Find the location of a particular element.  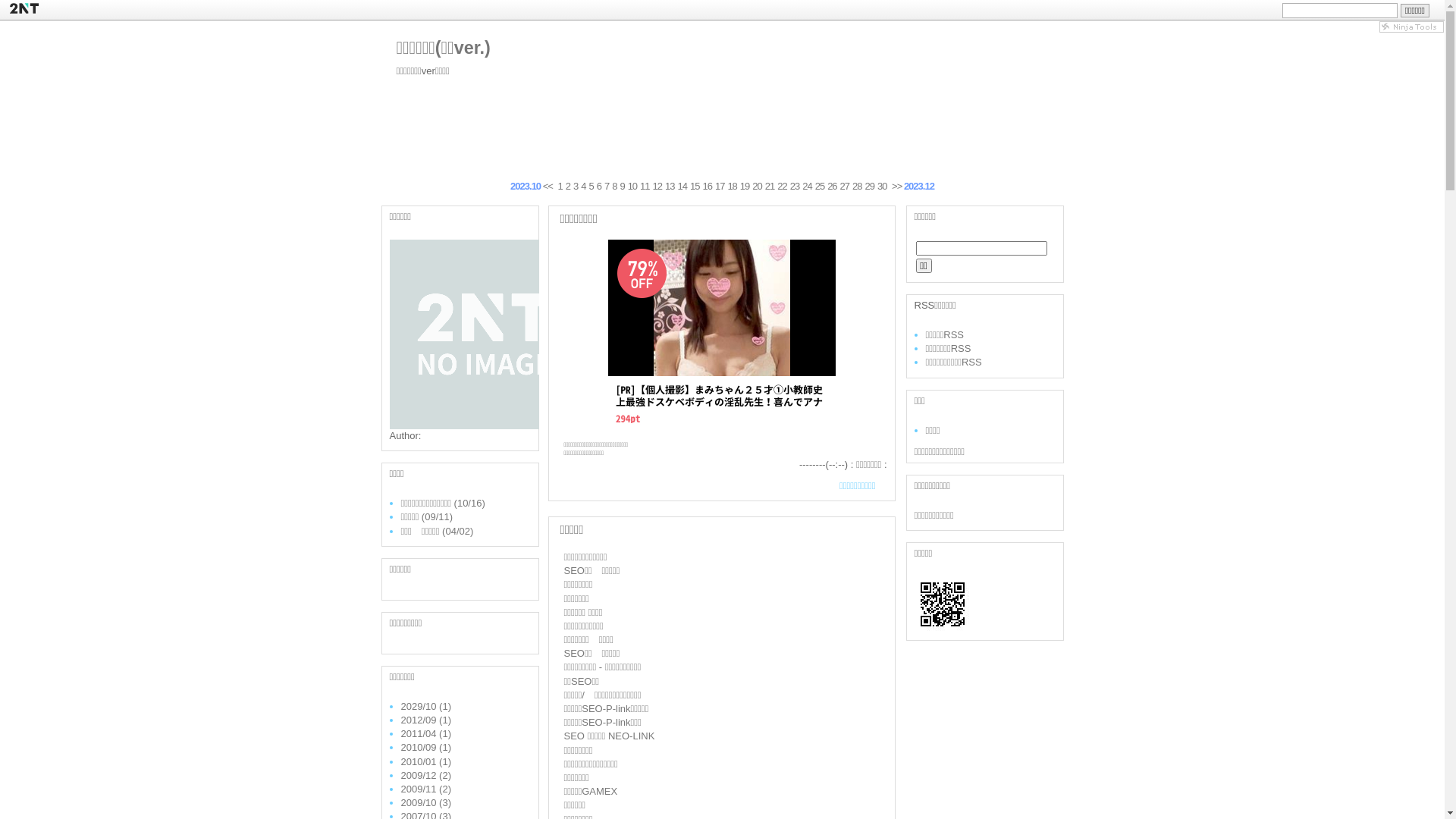

'2009/11 (2)' is located at coordinates (425, 788).